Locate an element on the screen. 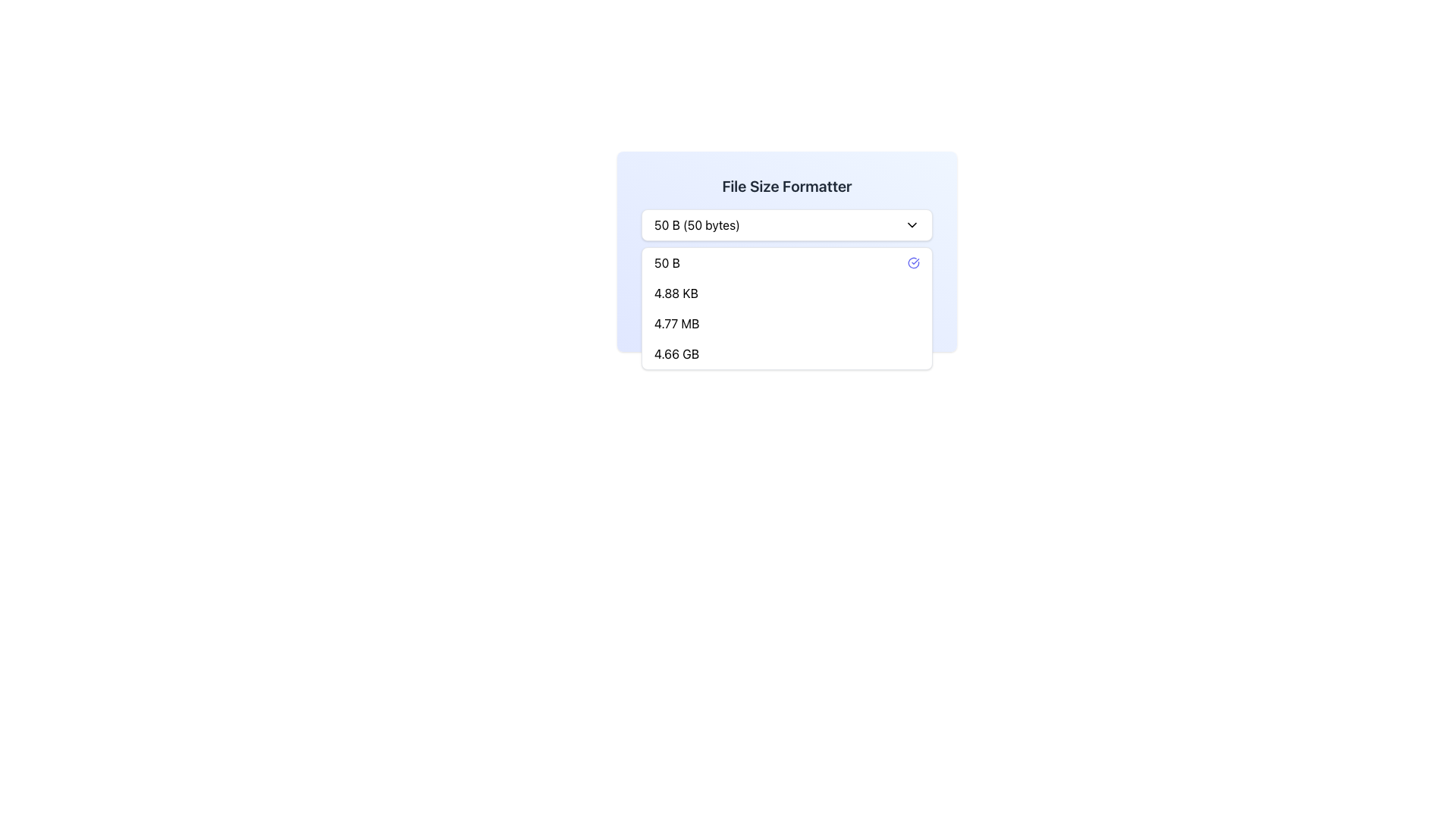  the text element '50 B' in the dropdown menu is located at coordinates (667, 262).